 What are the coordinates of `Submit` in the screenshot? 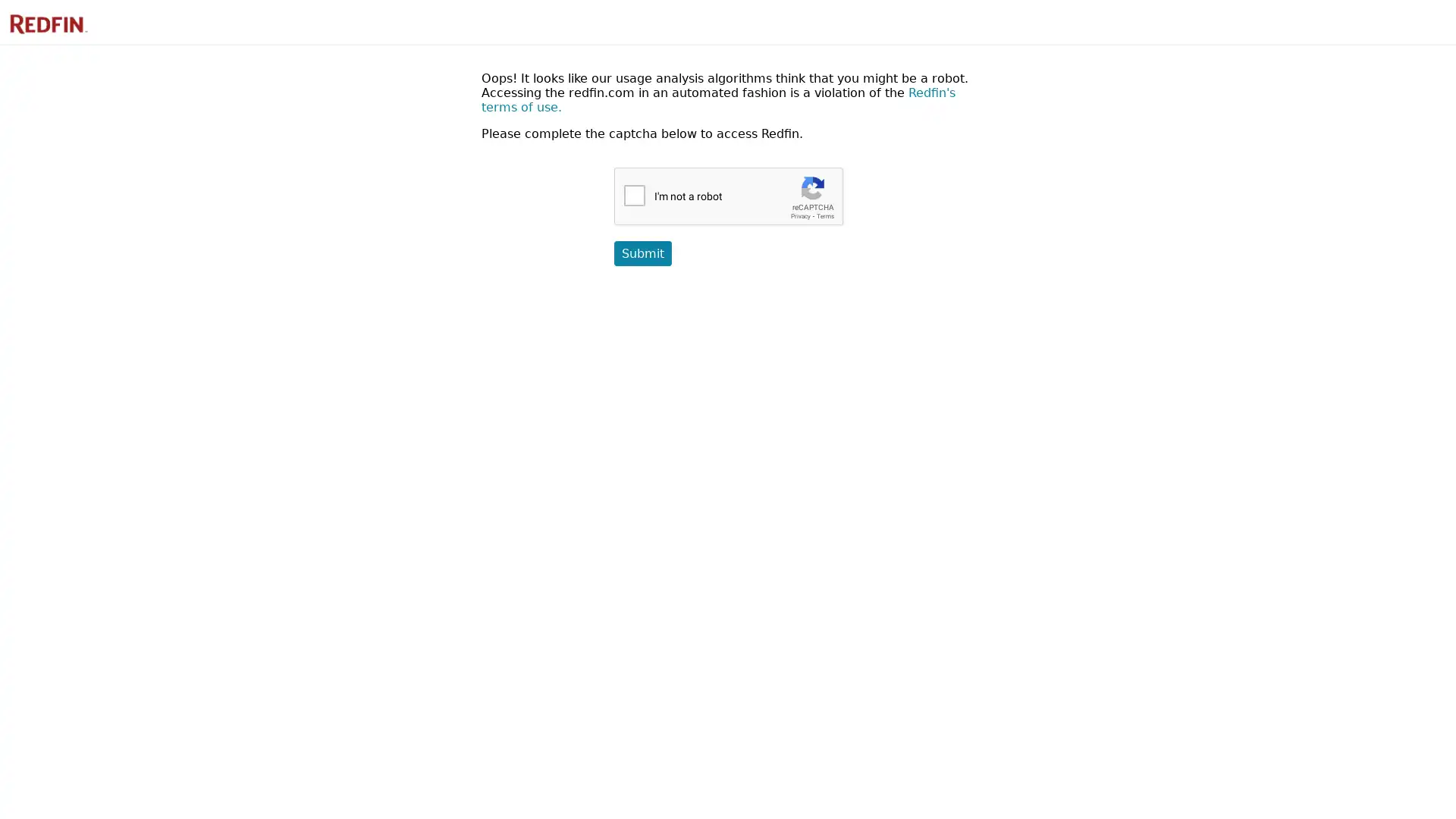 It's located at (643, 253).